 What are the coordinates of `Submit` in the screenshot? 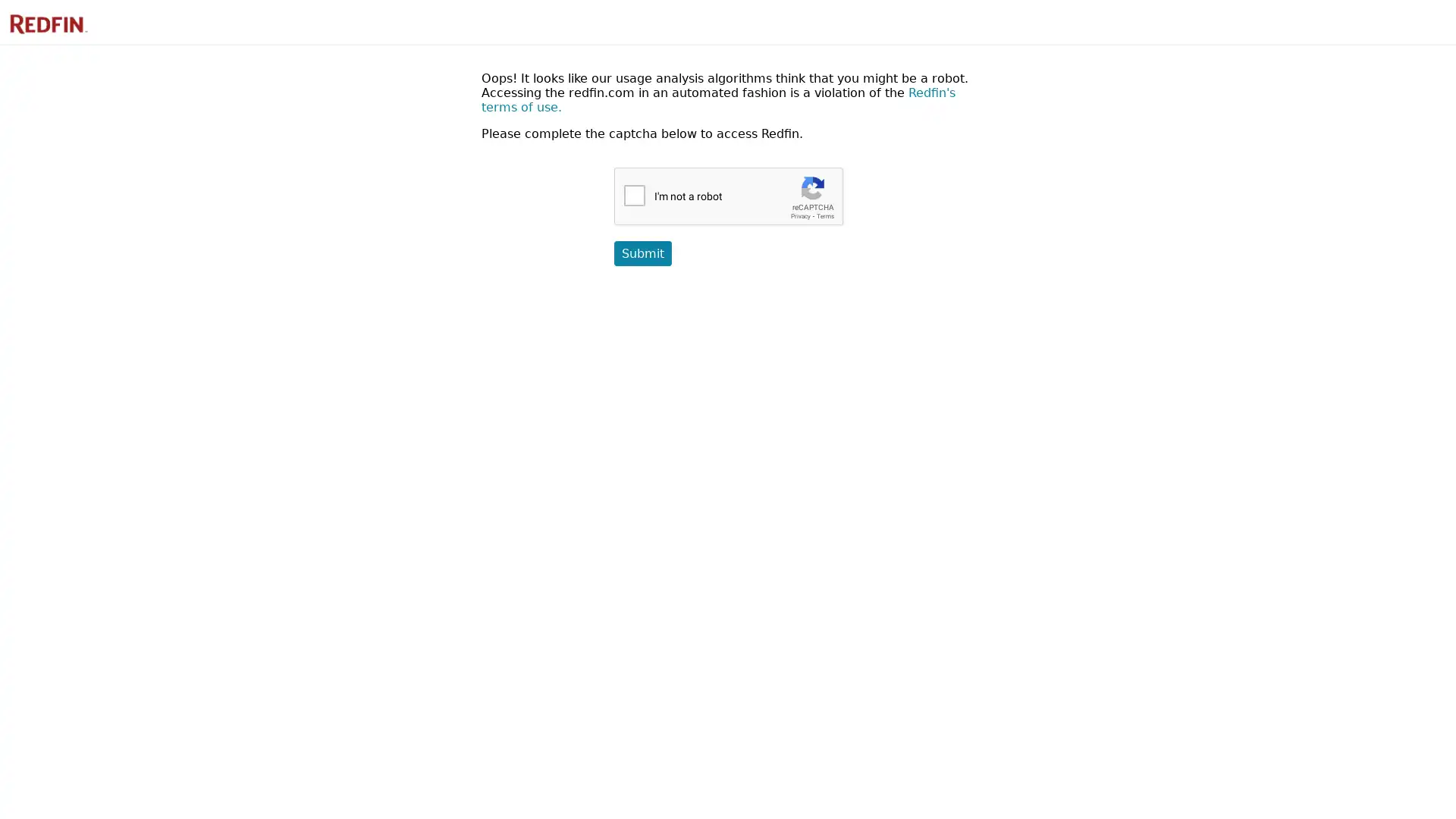 It's located at (643, 253).